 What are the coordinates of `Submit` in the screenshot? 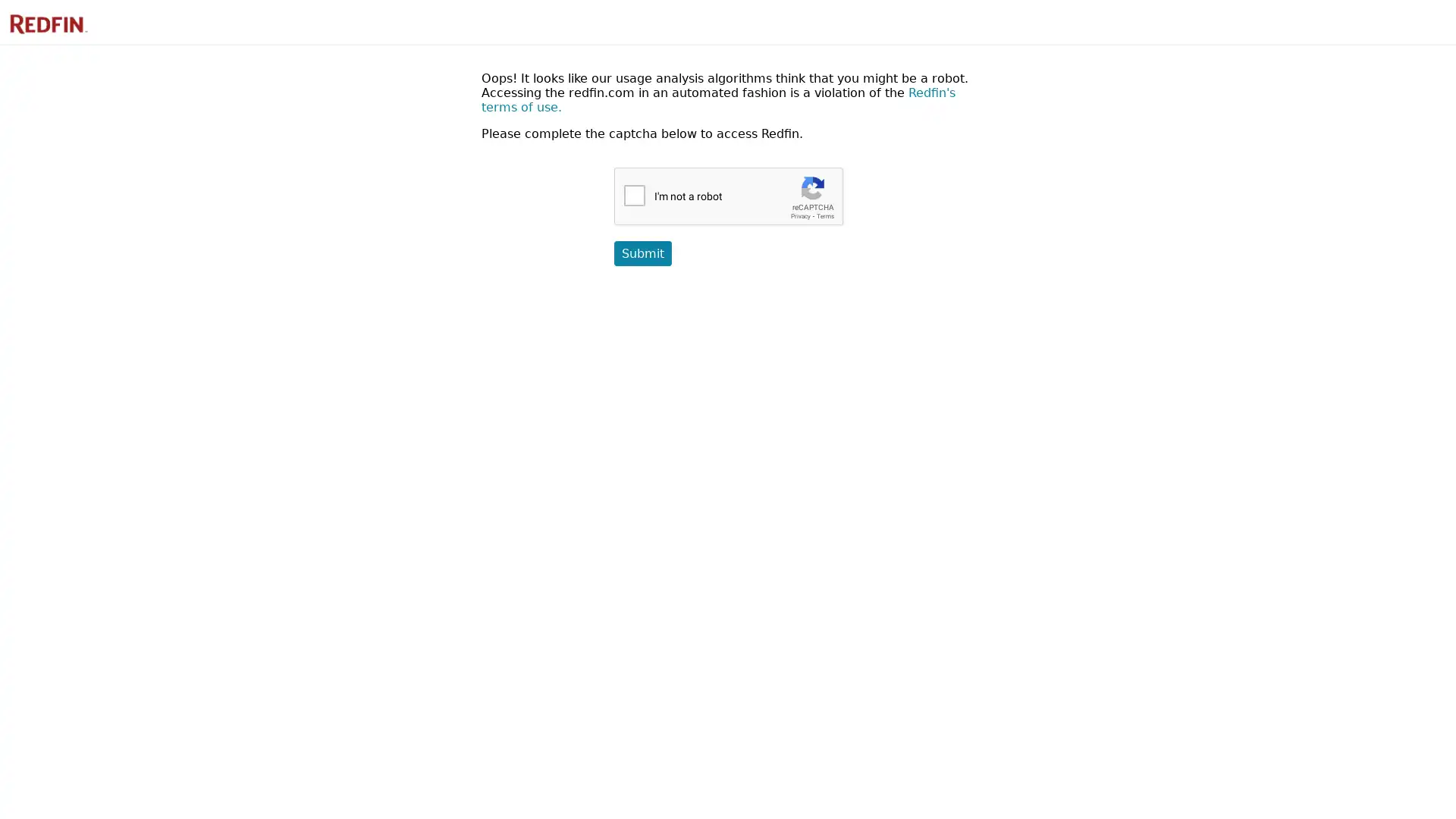 It's located at (643, 253).